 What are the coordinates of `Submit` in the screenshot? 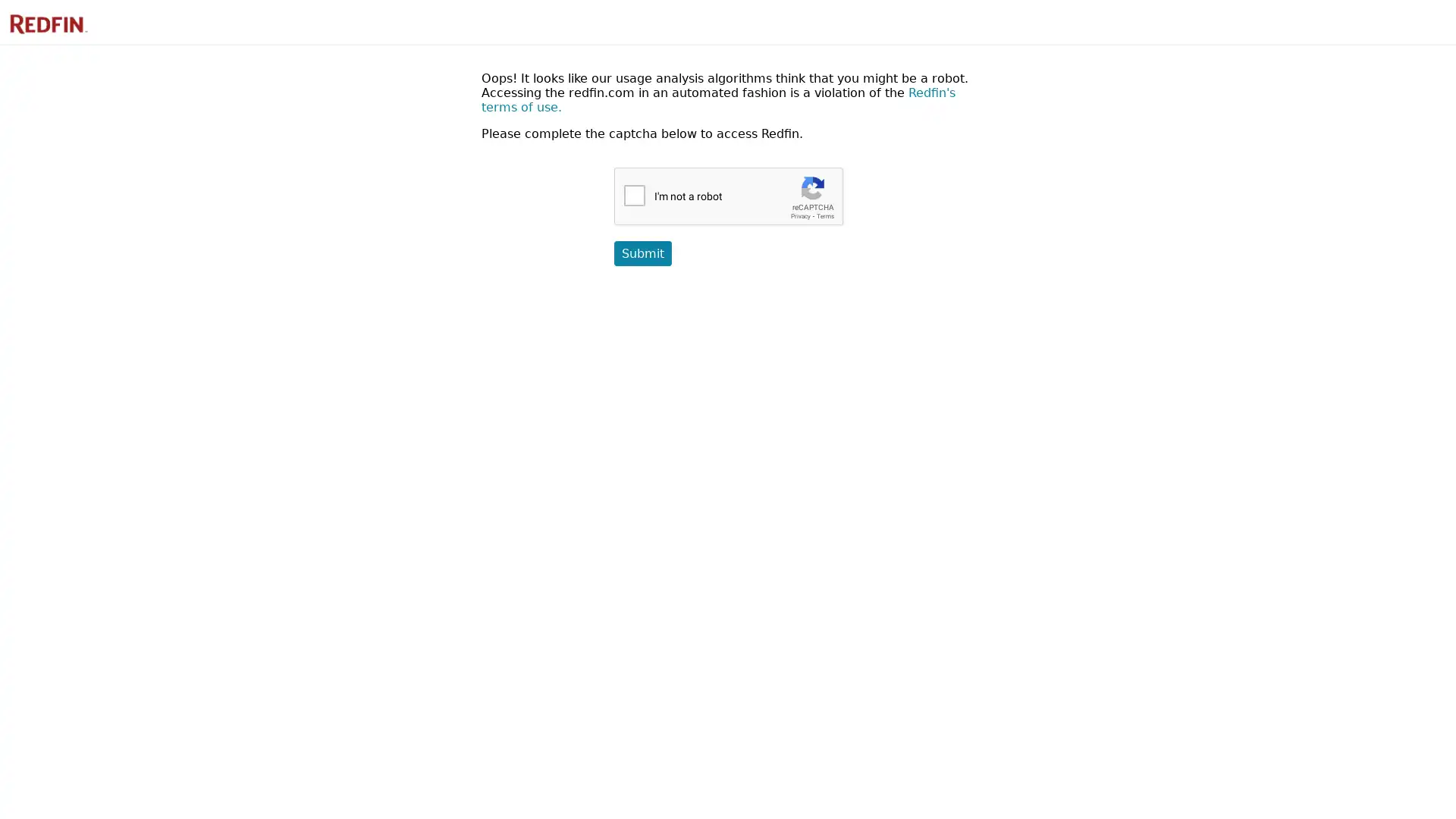 It's located at (643, 253).